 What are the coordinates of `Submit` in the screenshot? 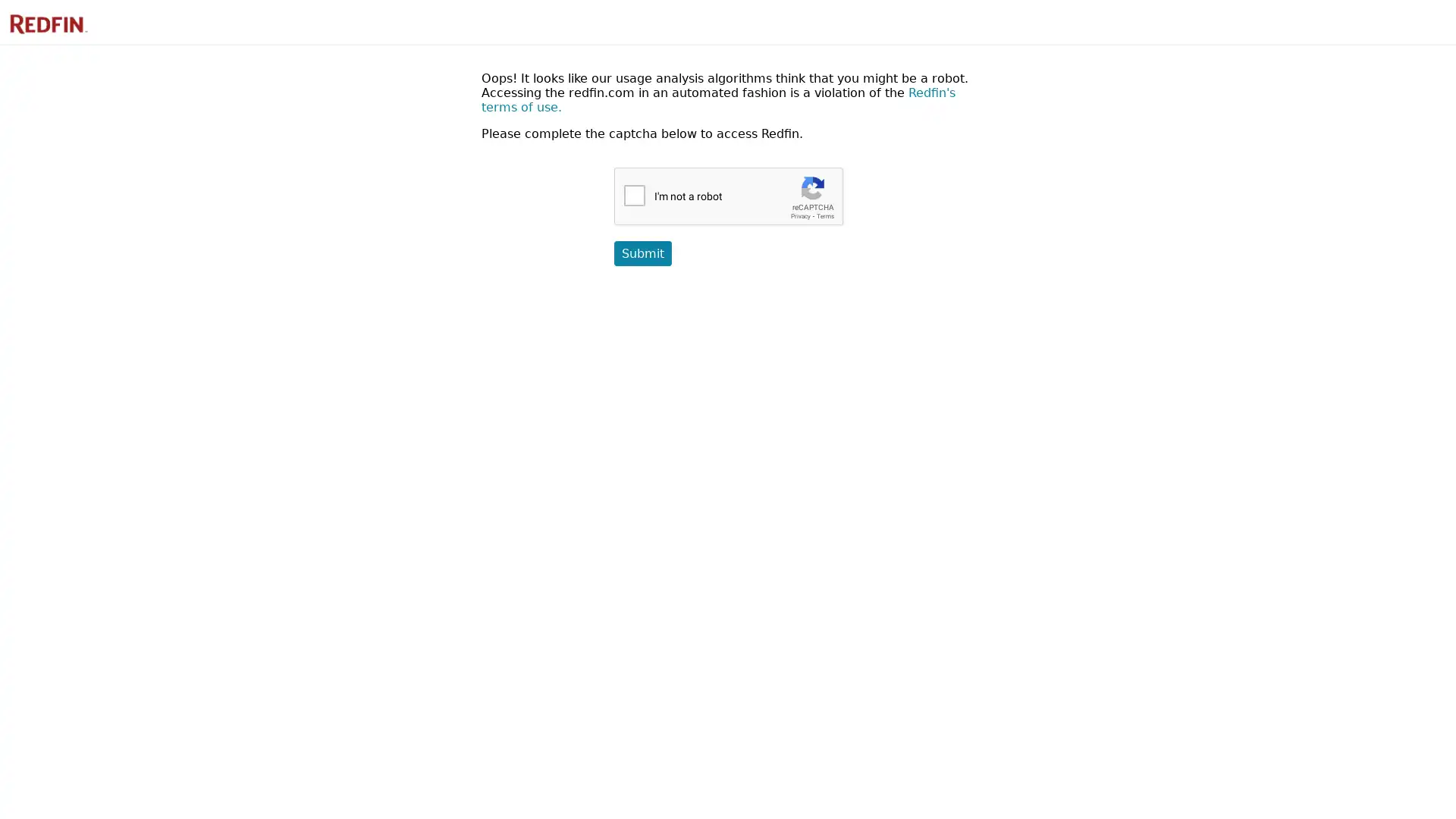 It's located at (643, 253).